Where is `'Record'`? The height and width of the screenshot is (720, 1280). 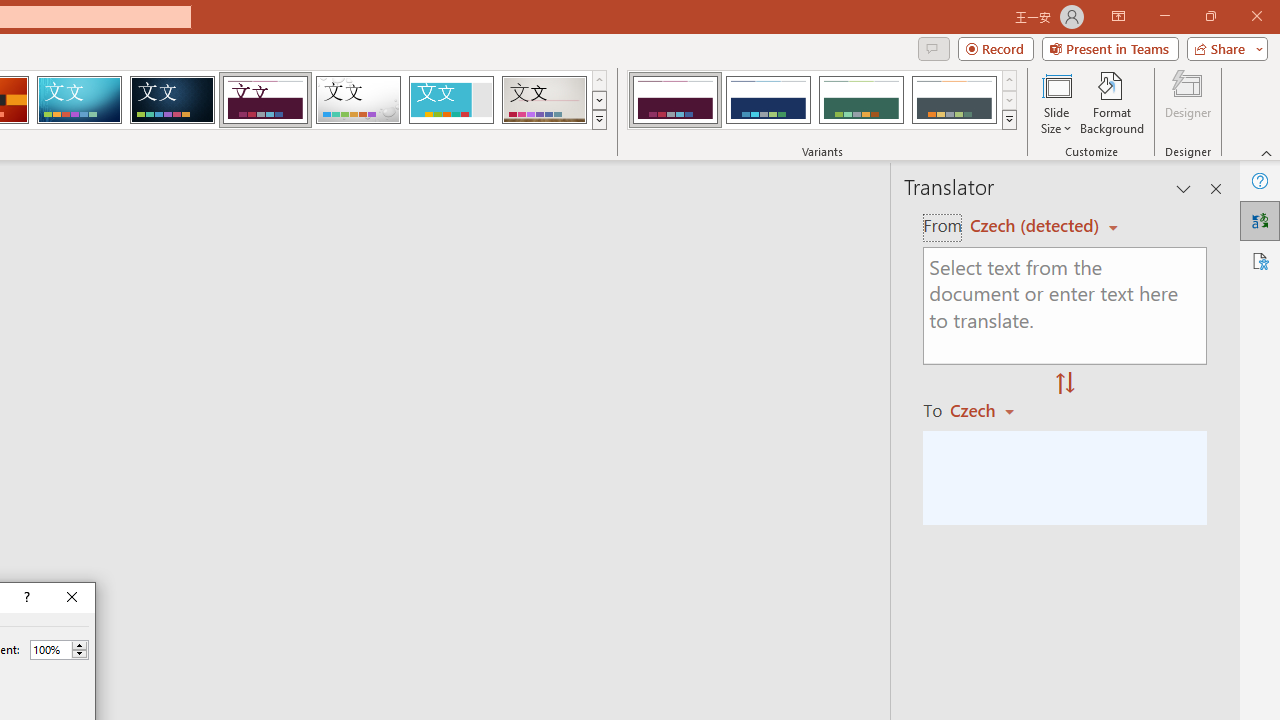 'Record' is located at coordinates (995, 47).